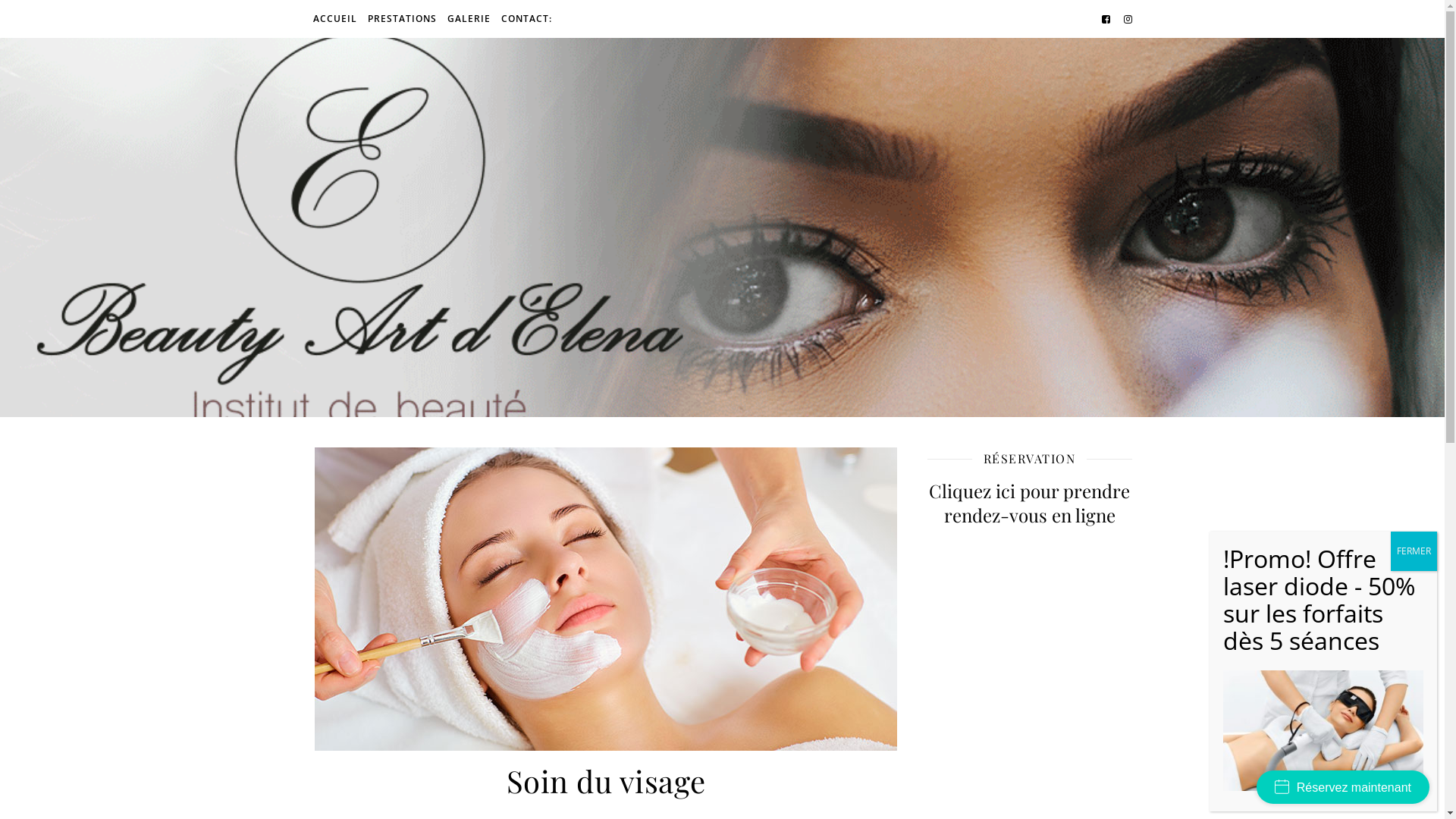 The height and width of the screenshot is (819, 1456). I want to click on 'Cliquez ici pour prendre rendez-vous en ligne', so click(926, 503).